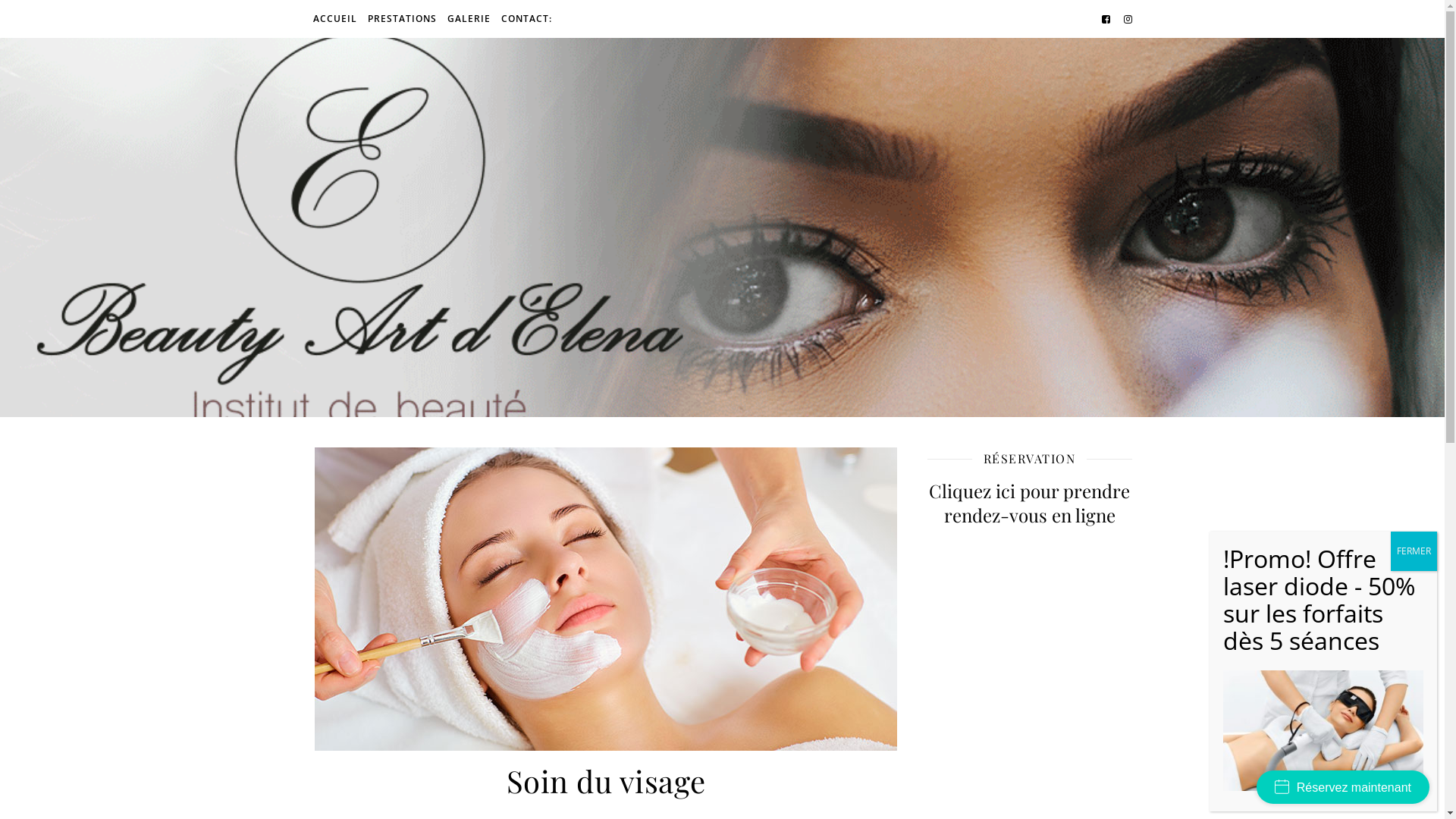 The height and width of the screenshot is (819, 1456). I want to click on 'Cliquez ici pour prendre rendez-vous en ligne', so click(926, 503).